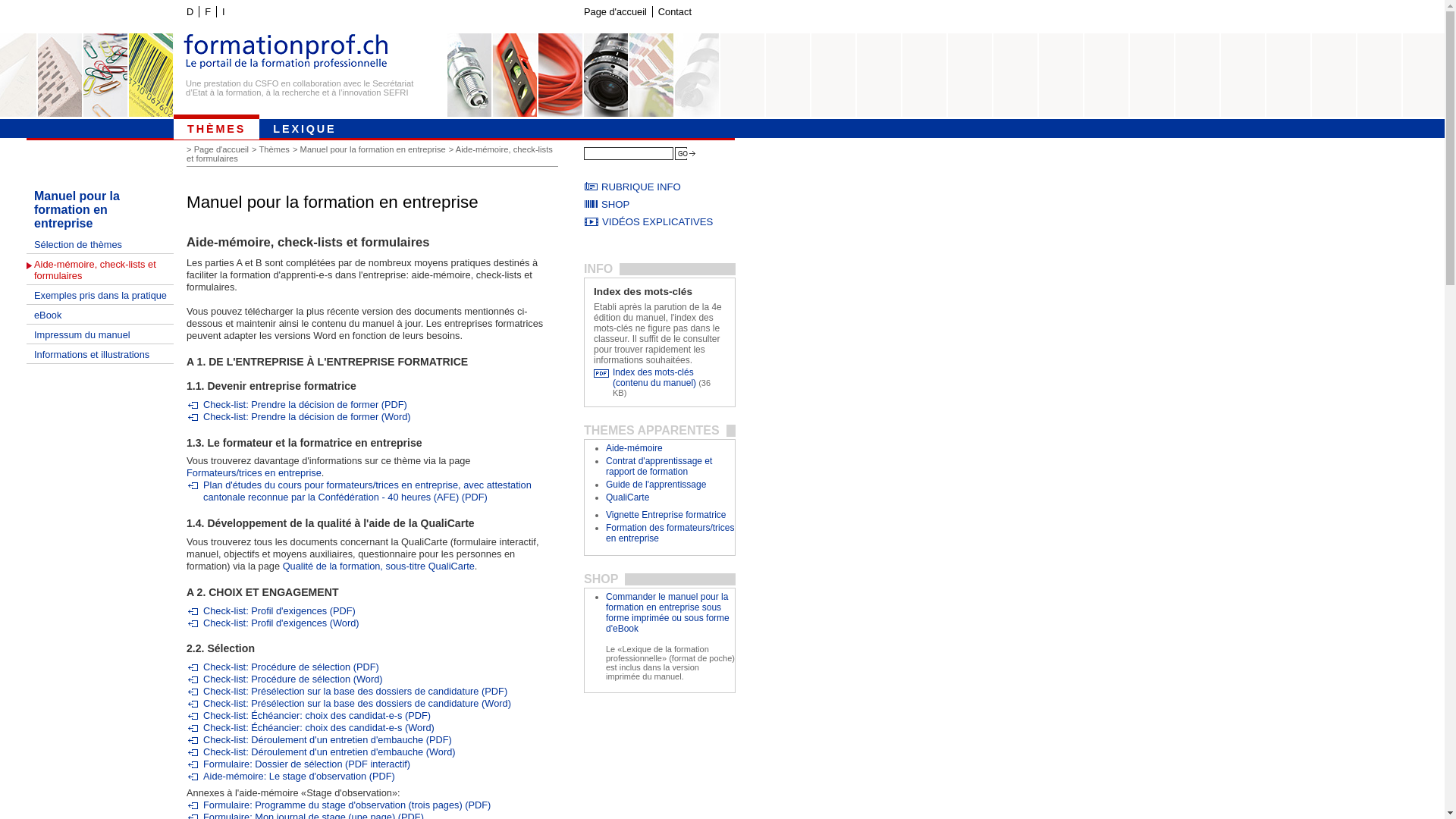 The image size is (1456, 819). What do you see at coordinates (604, 485) in the screenshot?
I see `'Guide de l'apprentissage'` at bounding box center [604, 485].